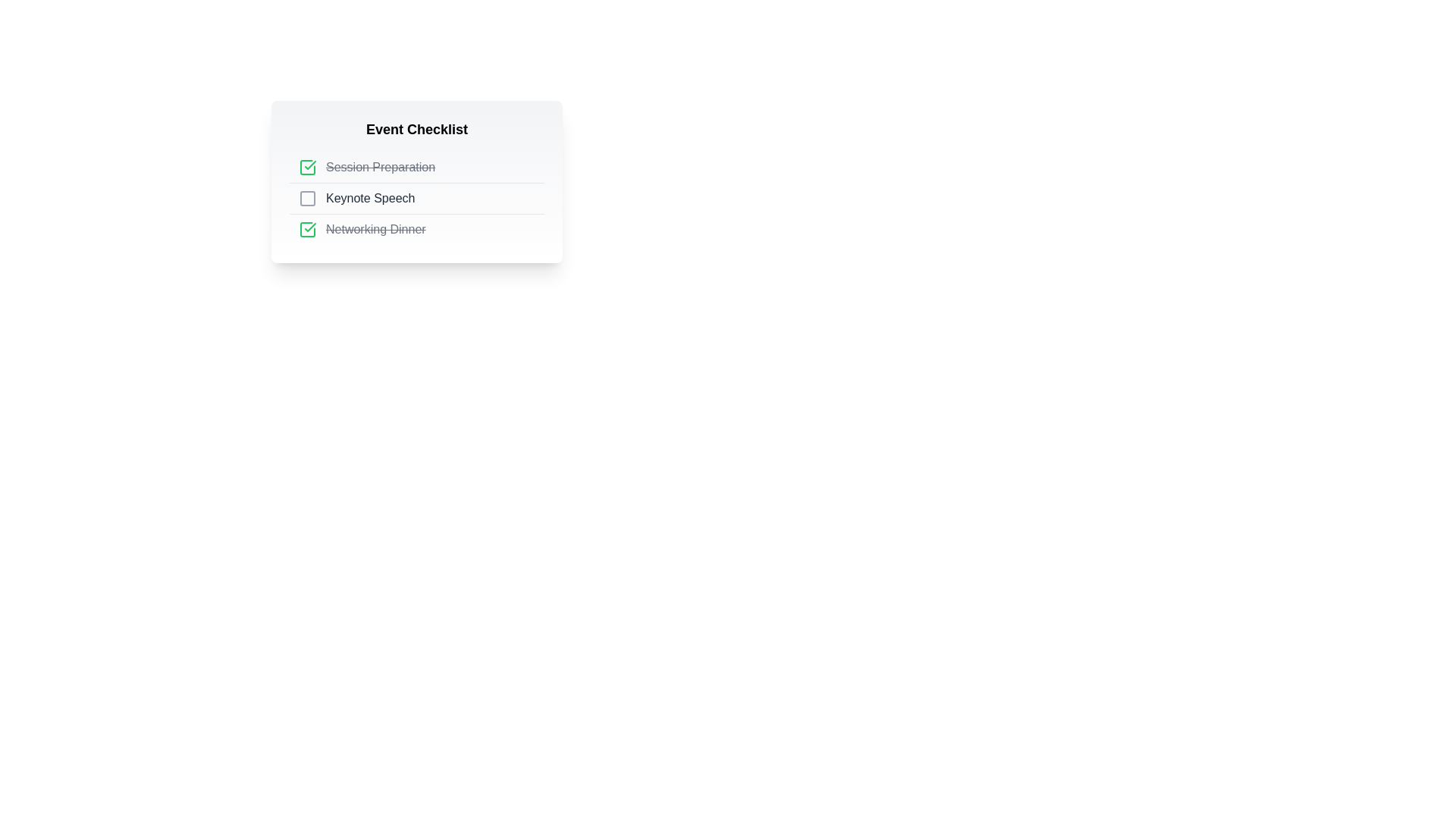  I want to click on the second checkbox icon representing the 'Keynote Speech' task in the checklist for a visual response, so click(307, 198).